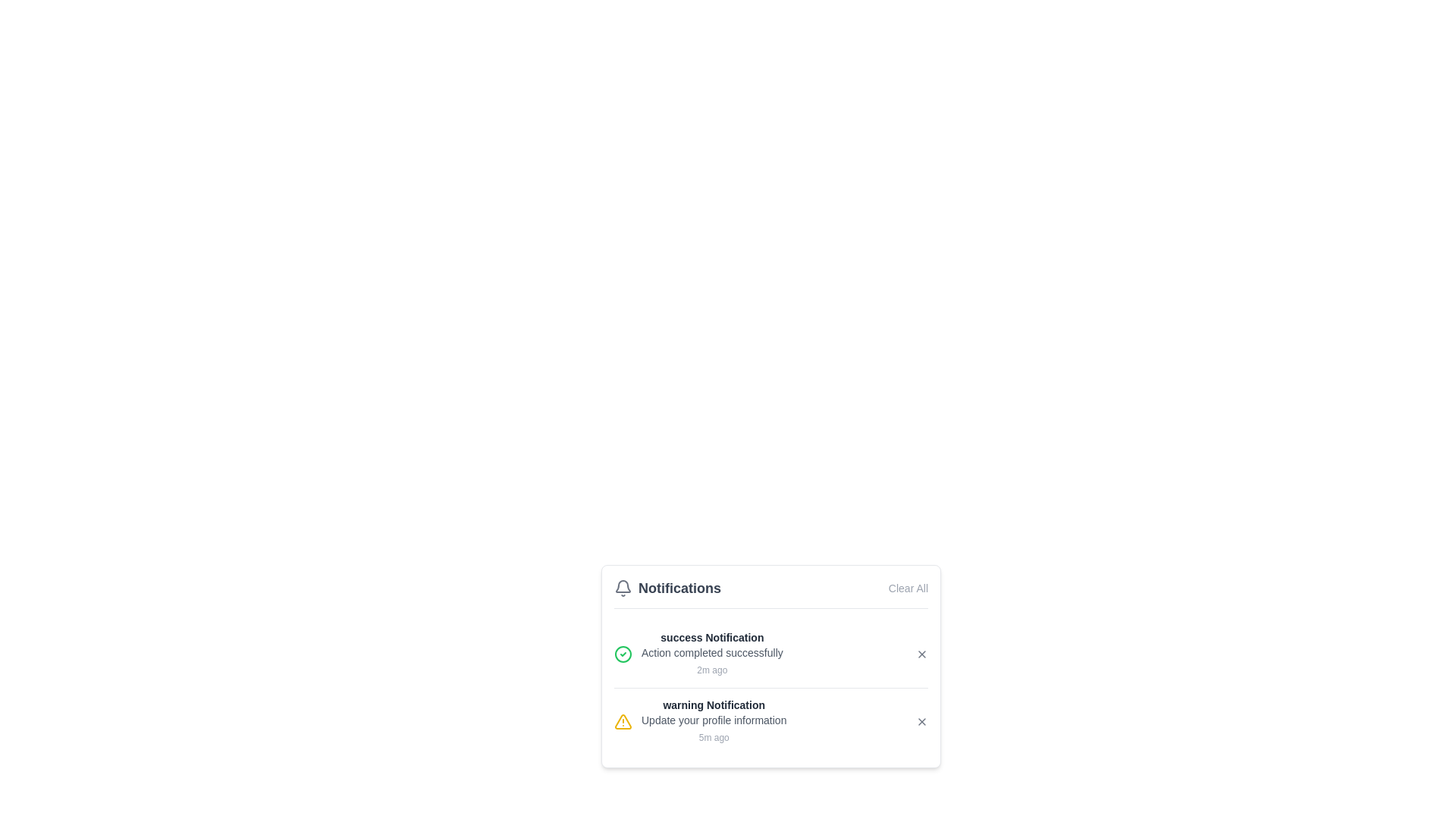  Describe the element at coordinates (771, 654) in the screenshot. I see `the success notification element in the notification panel, which is the first entry in the list of notifications` at that location.